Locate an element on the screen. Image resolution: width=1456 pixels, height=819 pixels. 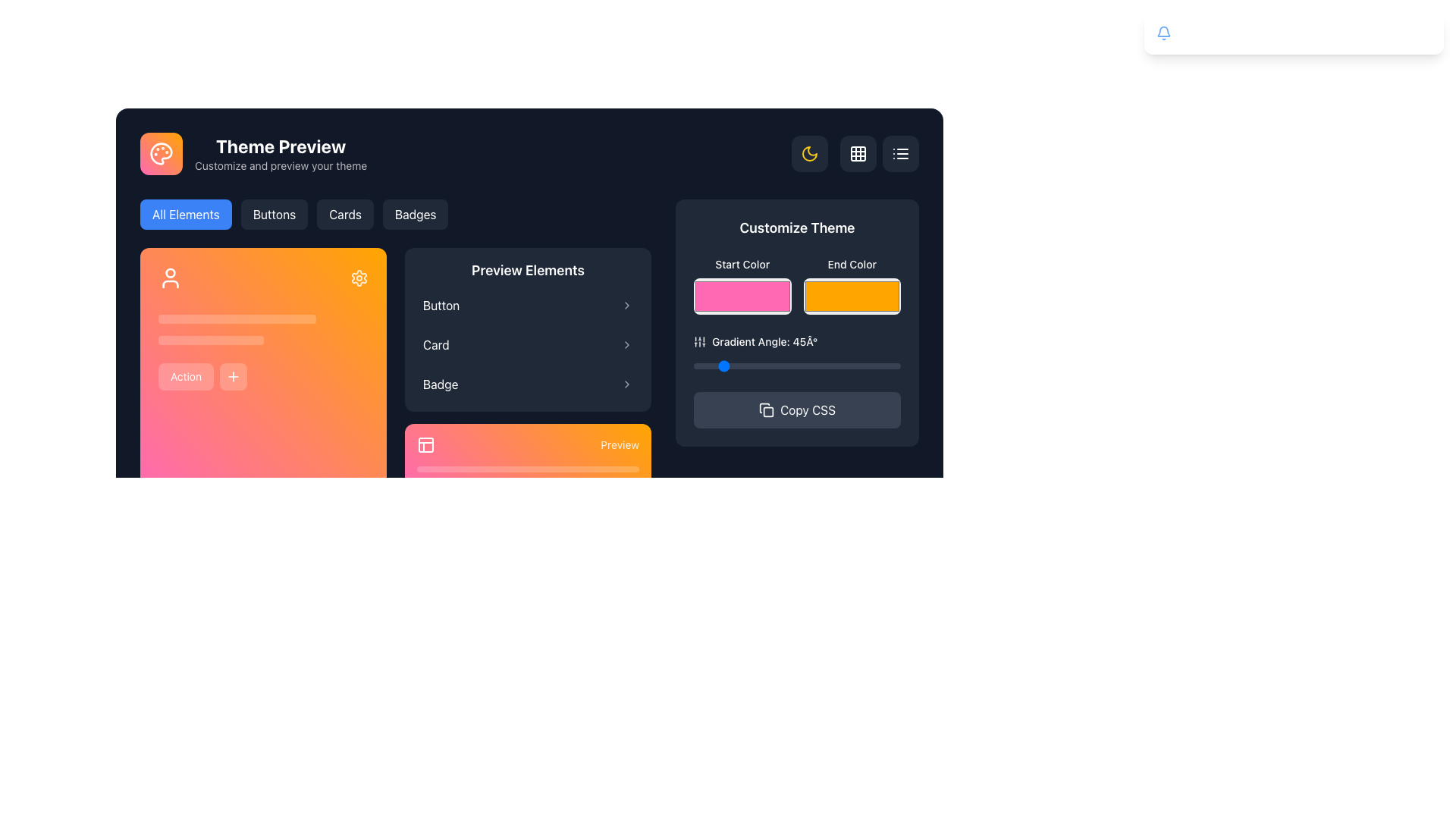
the Text label which serves as a title or header for the associated content below, positioned centrally near the top left of the page is located at coordinates (281, 146).